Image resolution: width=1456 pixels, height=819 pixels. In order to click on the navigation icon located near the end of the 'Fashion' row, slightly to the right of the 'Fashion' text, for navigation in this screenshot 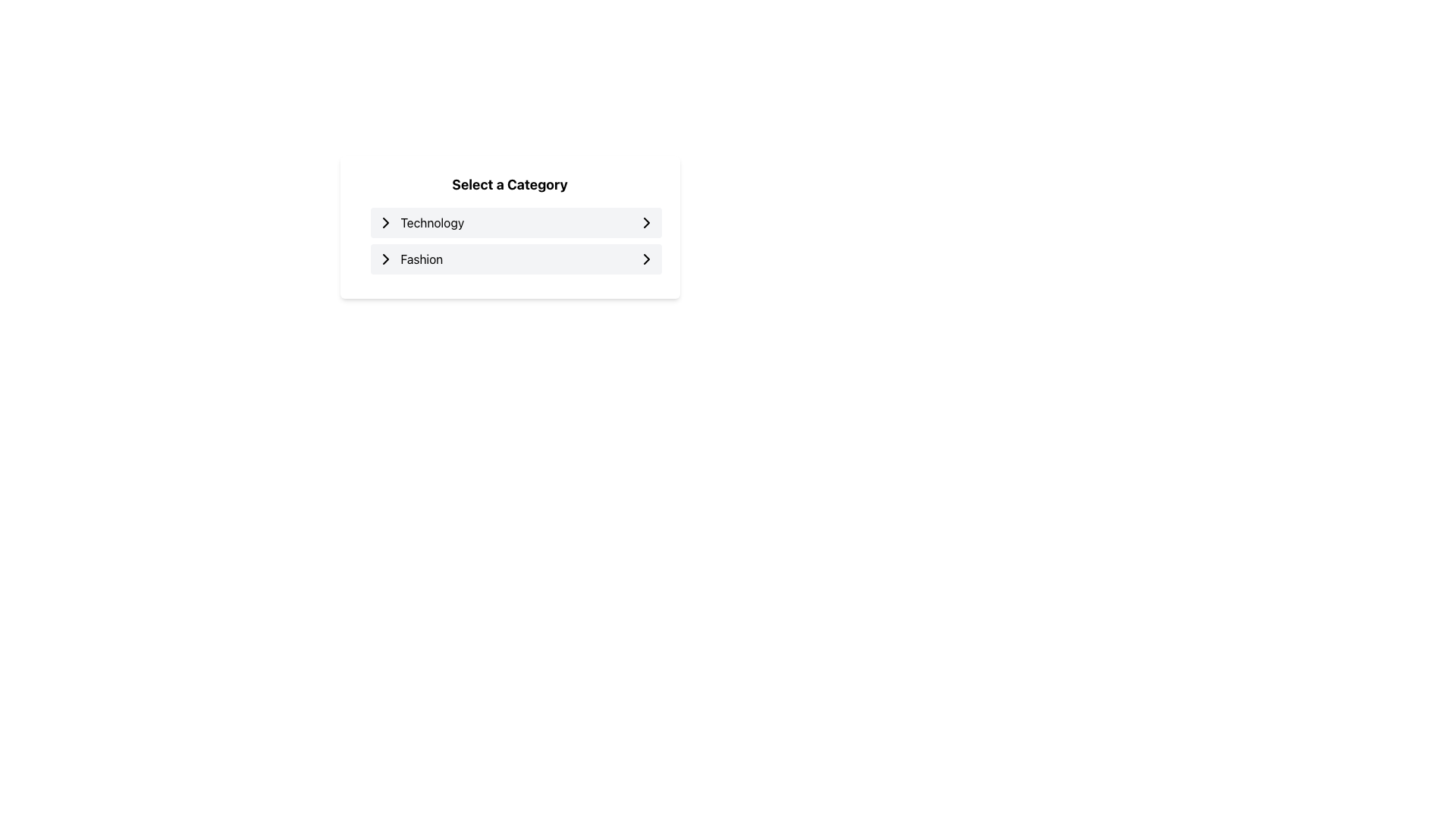, I will do `click(385, 259)`.